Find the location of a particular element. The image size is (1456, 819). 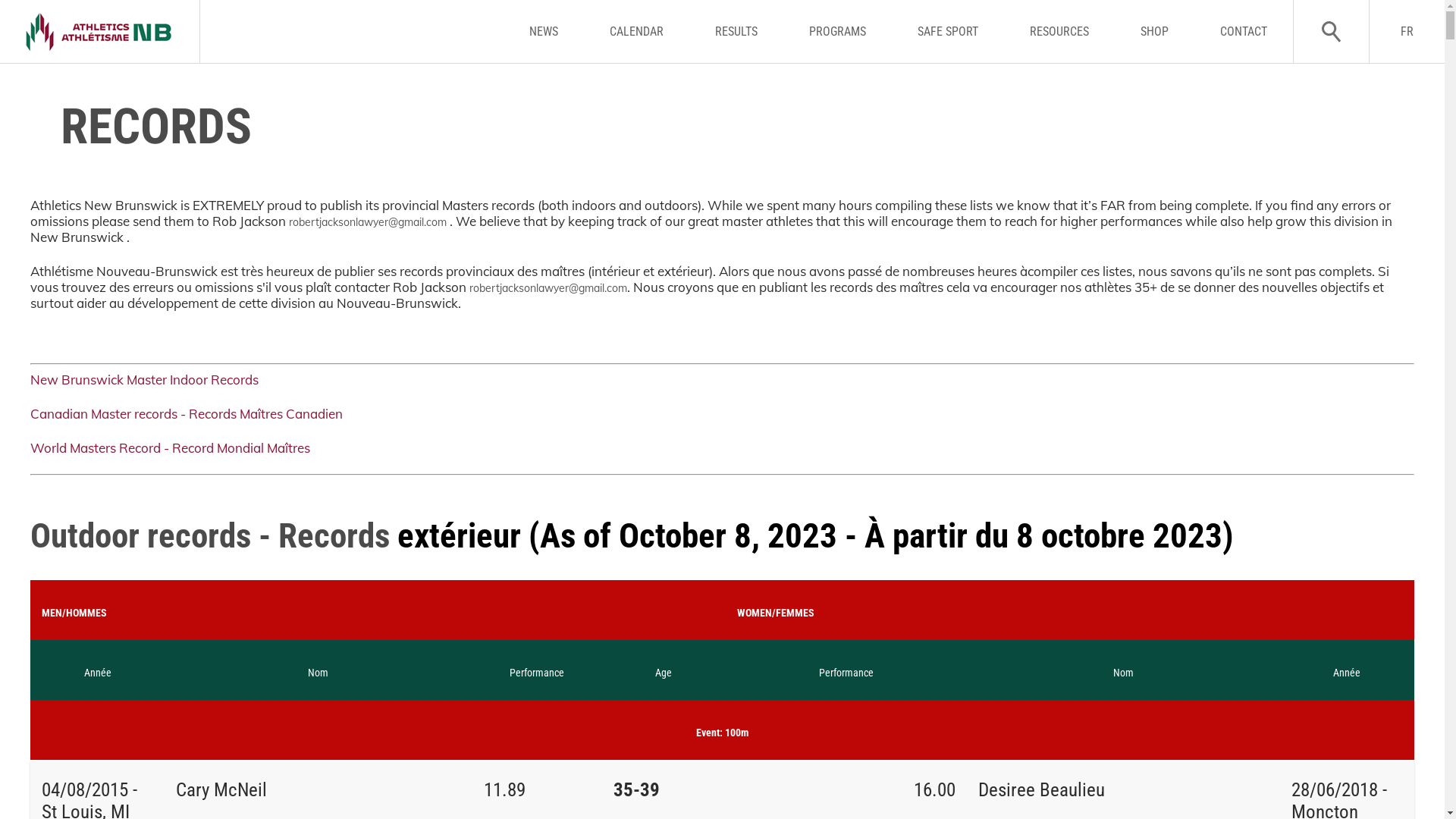

'FR' is located at coordinates (1368, 31).